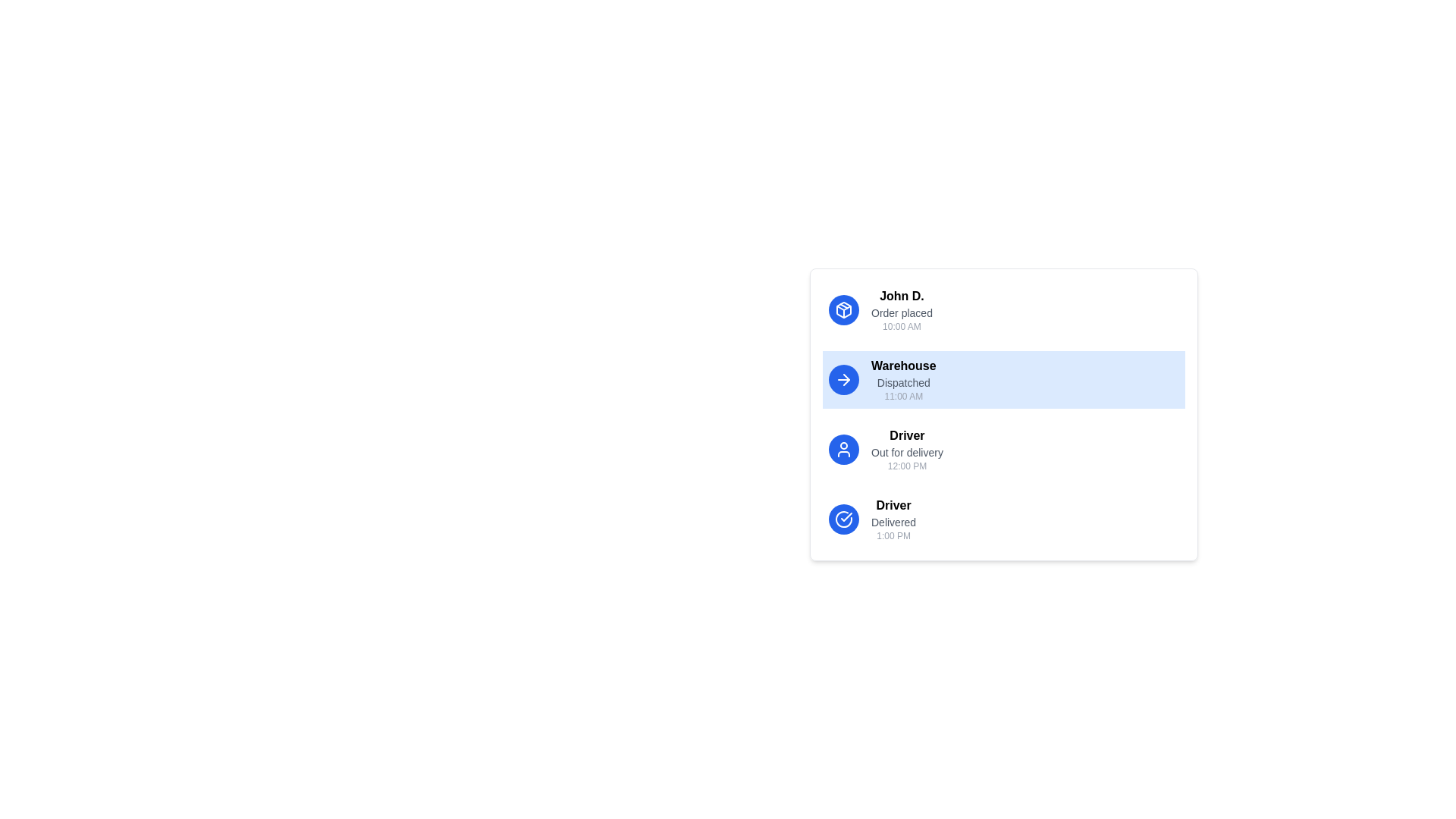 The width and height of the screenshot is (1456, 819). I want to click on the text label displaying the word 'Delivered', which is positioned below the 'Driver' text in the fourth item of a vertically structured timeline, so click(893, 522).